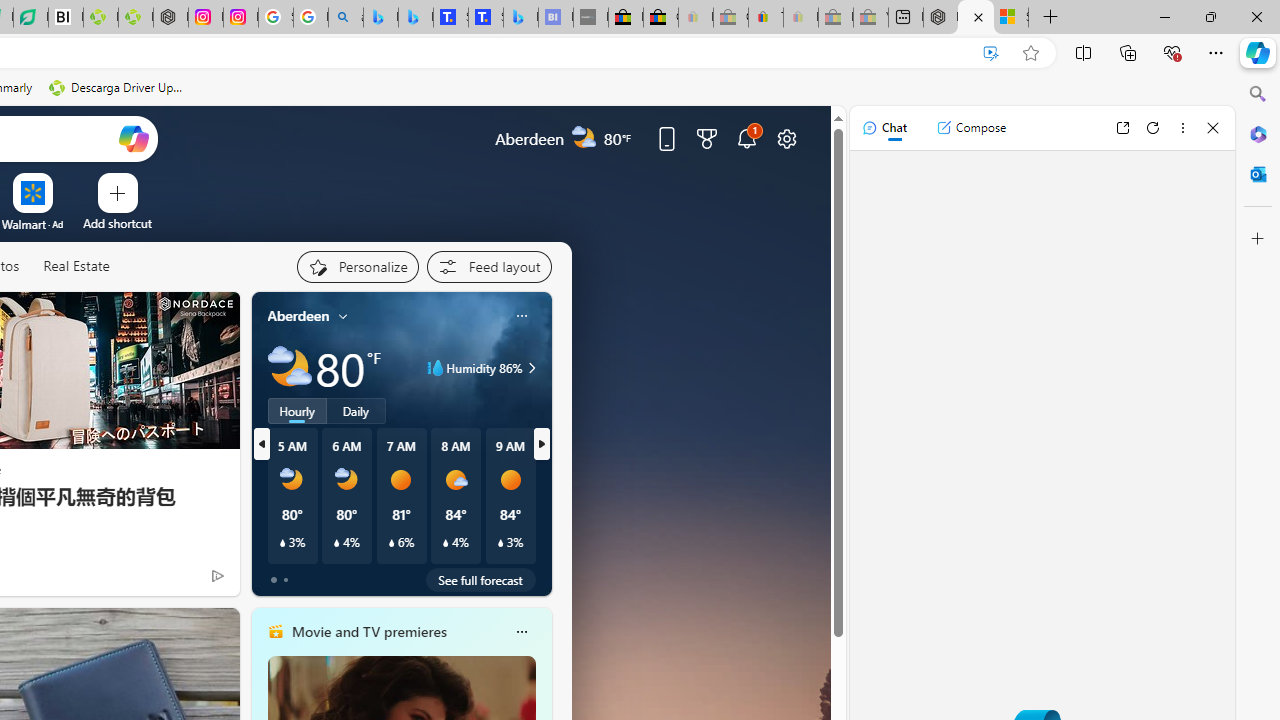 The image size is (1280, 720). What do you see at coordinates (541, 442) in the screenshot?
I see `'next'` at bounding box center [541, 442].